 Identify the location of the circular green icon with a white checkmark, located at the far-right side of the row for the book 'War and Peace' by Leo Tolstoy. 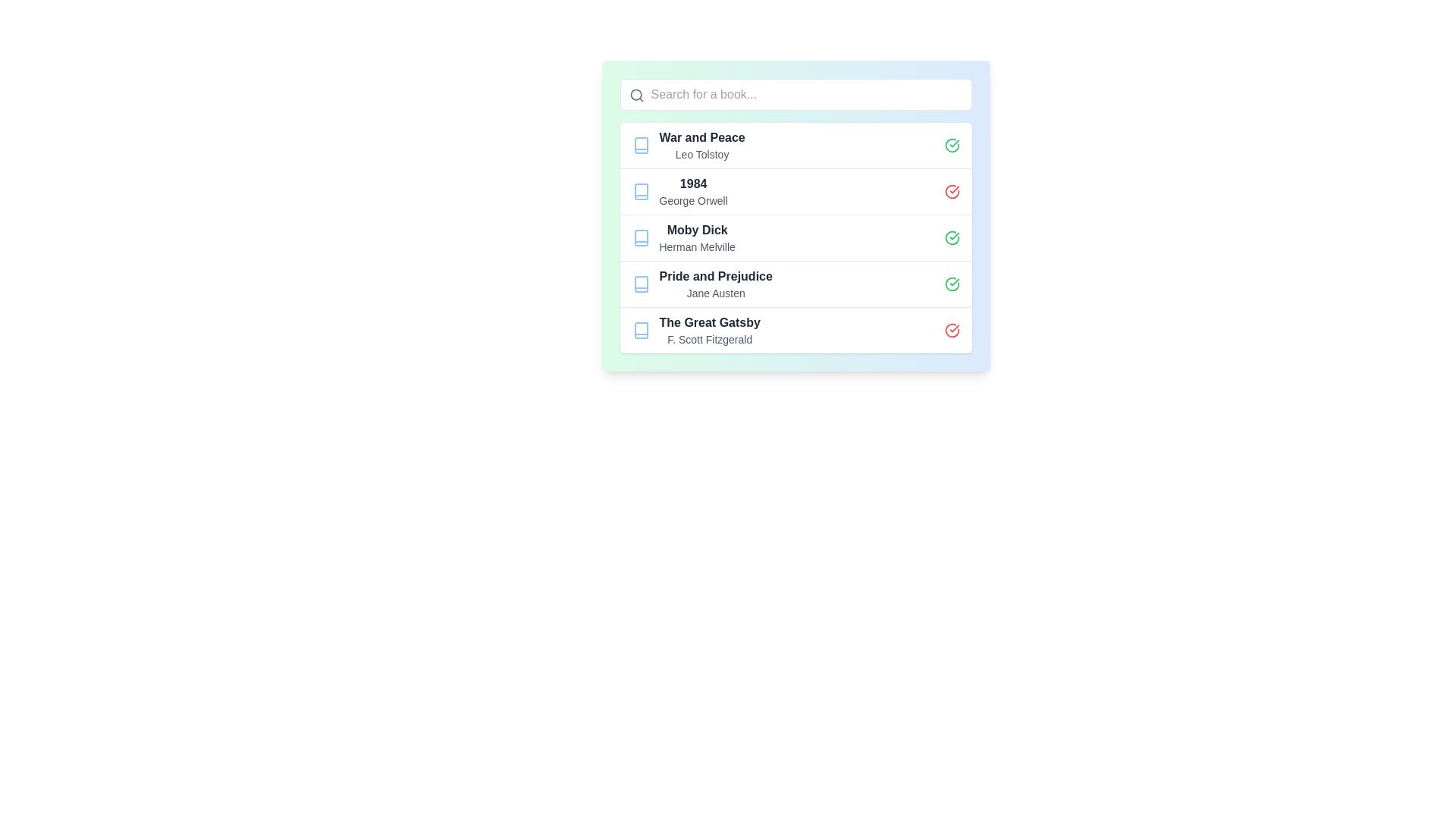
(951, 146).